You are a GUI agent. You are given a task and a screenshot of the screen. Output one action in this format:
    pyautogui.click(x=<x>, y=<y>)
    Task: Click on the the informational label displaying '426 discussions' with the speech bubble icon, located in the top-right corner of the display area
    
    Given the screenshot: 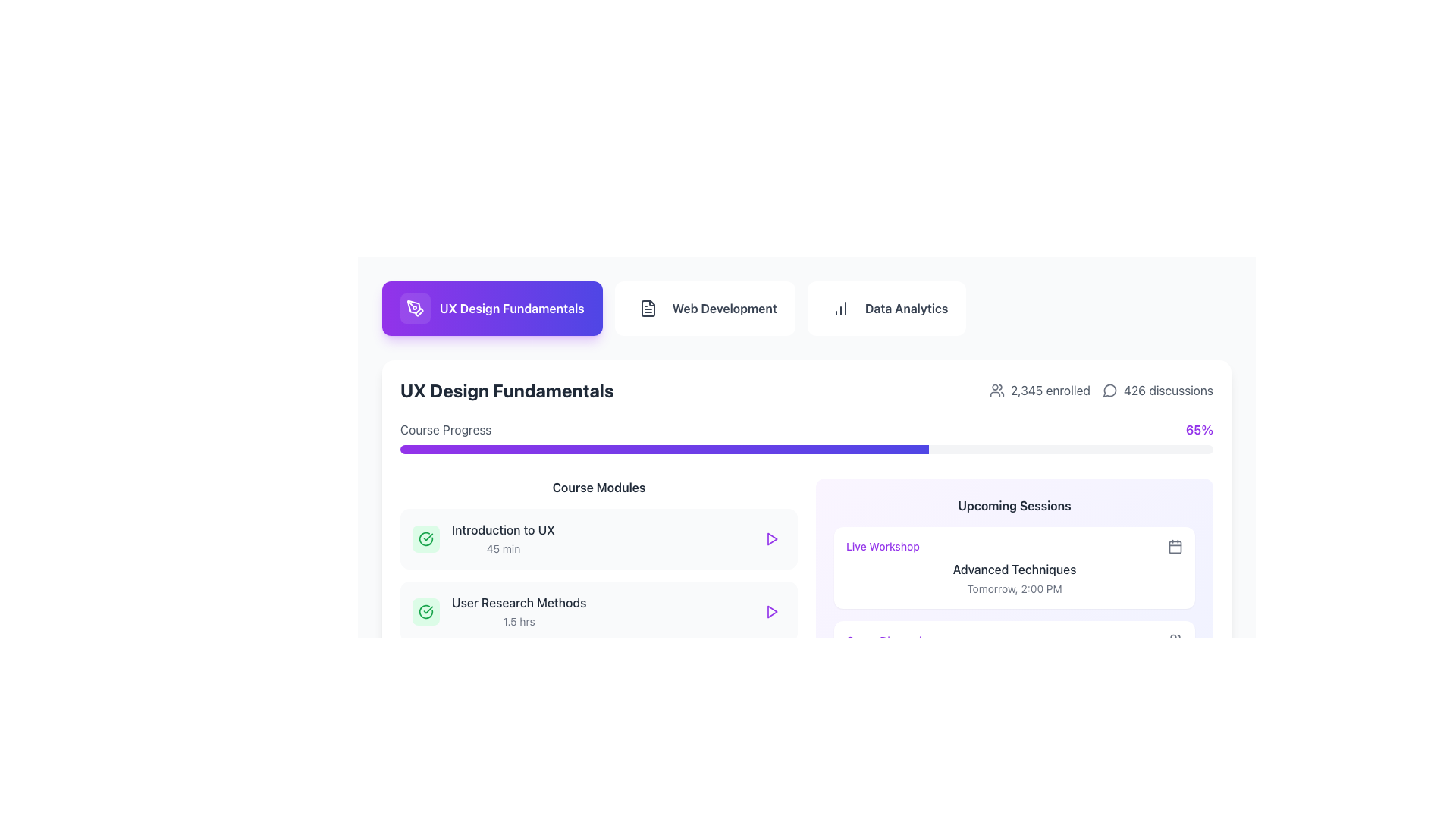 What is the action you would take?
    pyautogui.click(x=1156, y=390)
    